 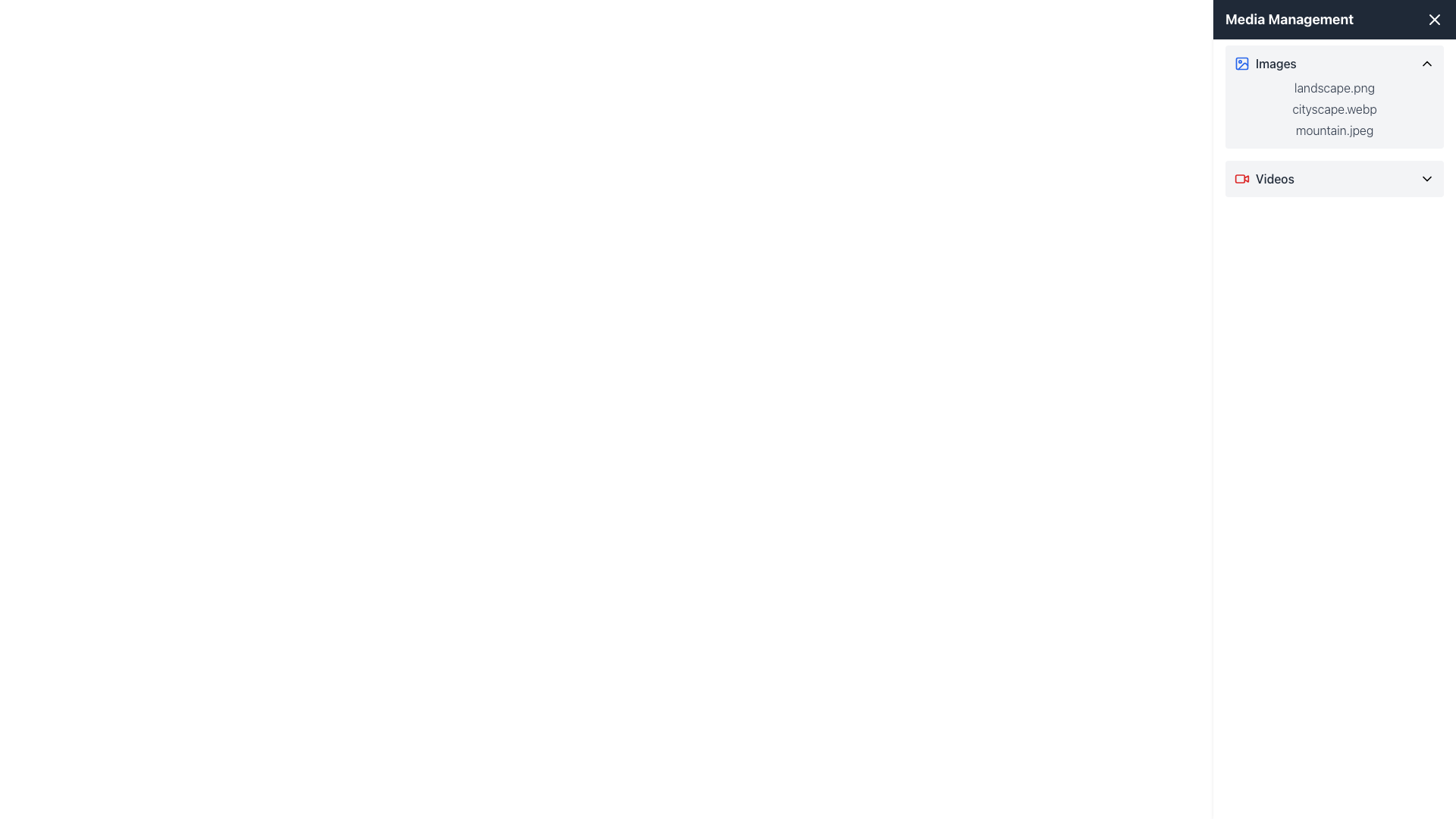 What do you see at coordinates (1426, 63) in the screenshot?
I see `the upward-pointing chevron icon located in the top-right corner of the 'Images' section header in the 'Media Management' panel` at bounding box center [1426, 63].